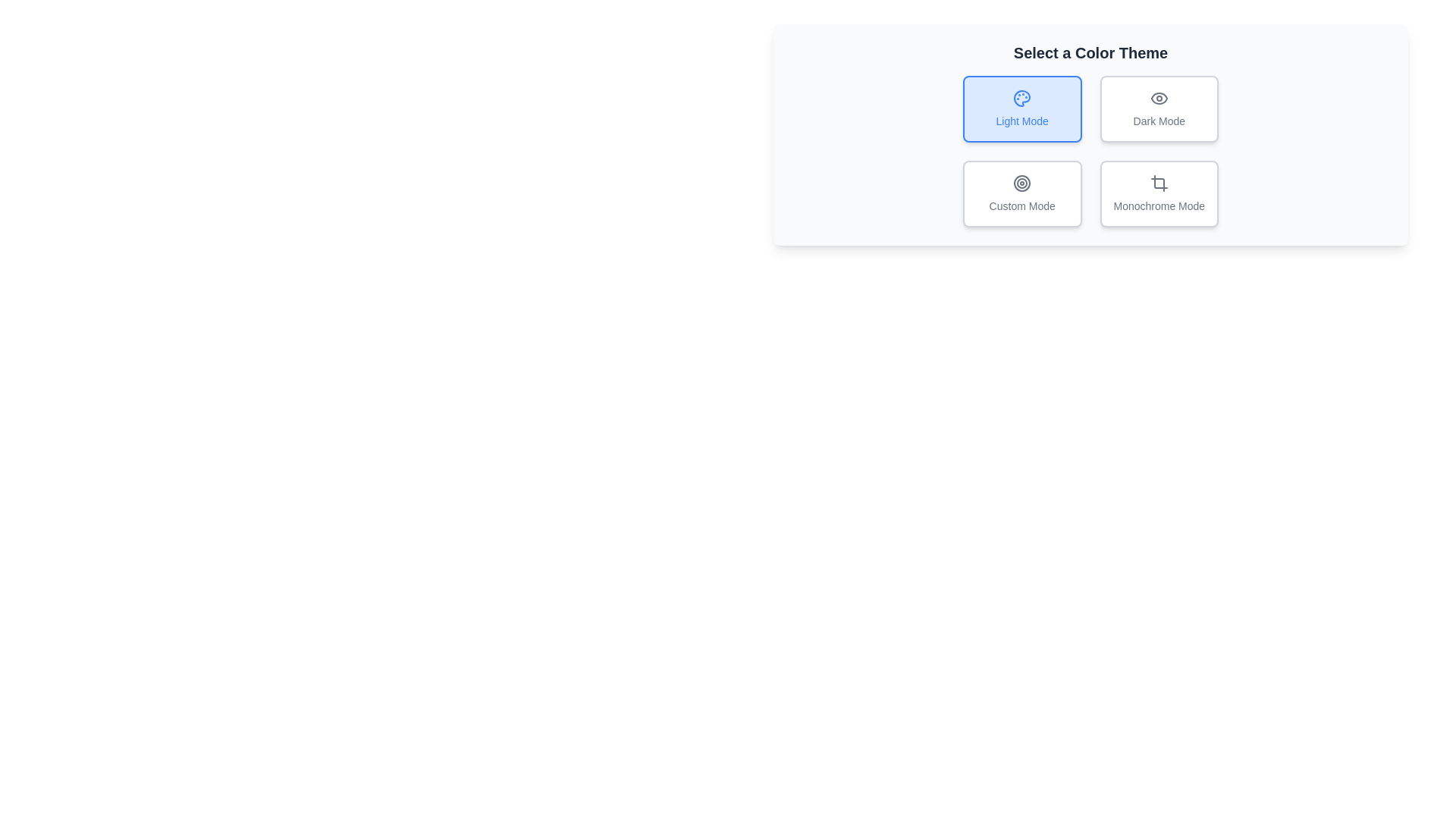 The height and width of the screenshot is (819, 1456). What do you see at coordinates (1022, 193) in the screenshot?
I see `the button corresponding to Custom Mode to observe visual feedback` at bounding box center [1022, 193].